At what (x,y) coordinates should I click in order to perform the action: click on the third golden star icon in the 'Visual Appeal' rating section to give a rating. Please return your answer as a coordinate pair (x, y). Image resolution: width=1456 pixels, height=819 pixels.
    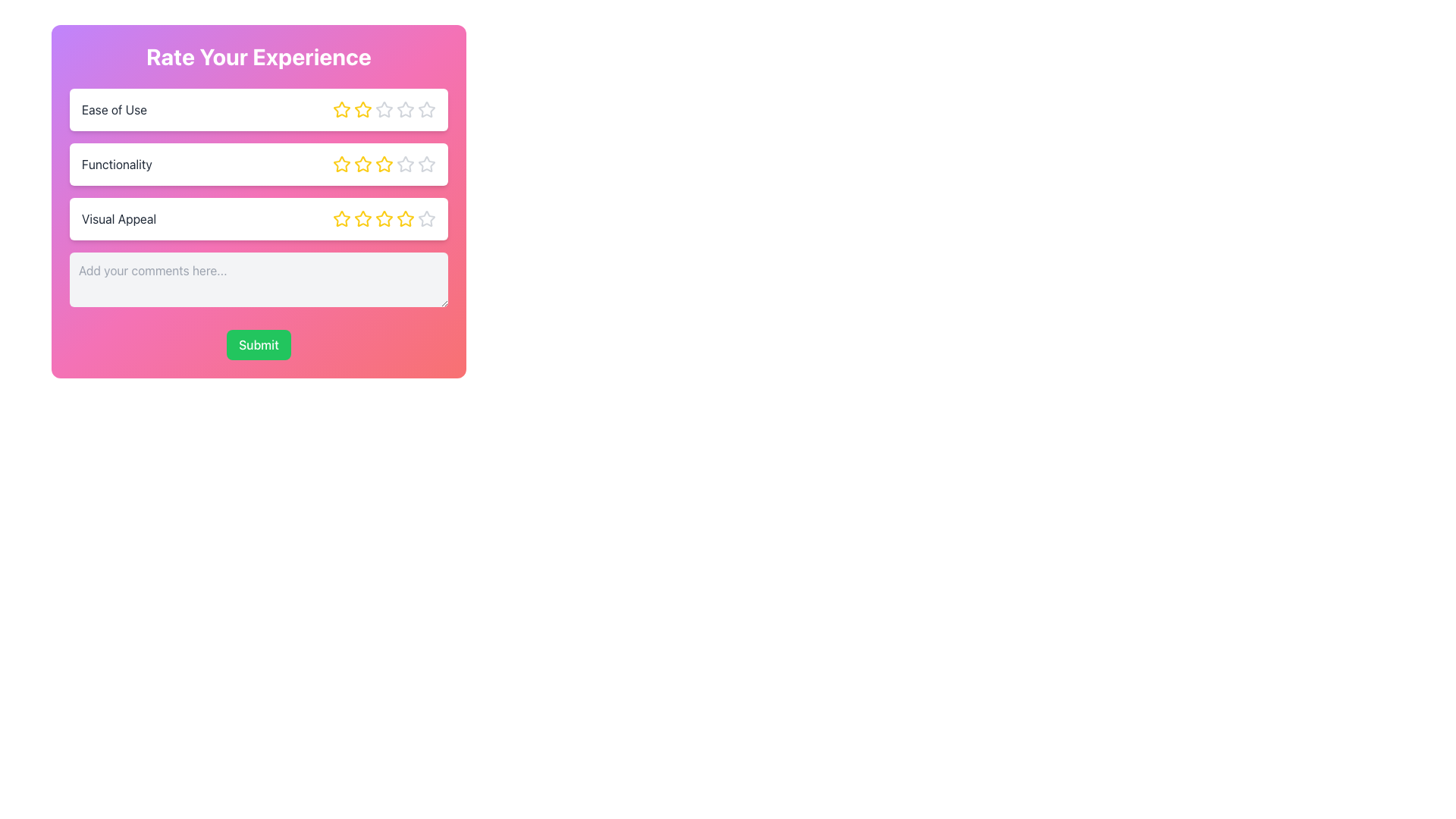
    Looking at the image, I should click on (384, 219).